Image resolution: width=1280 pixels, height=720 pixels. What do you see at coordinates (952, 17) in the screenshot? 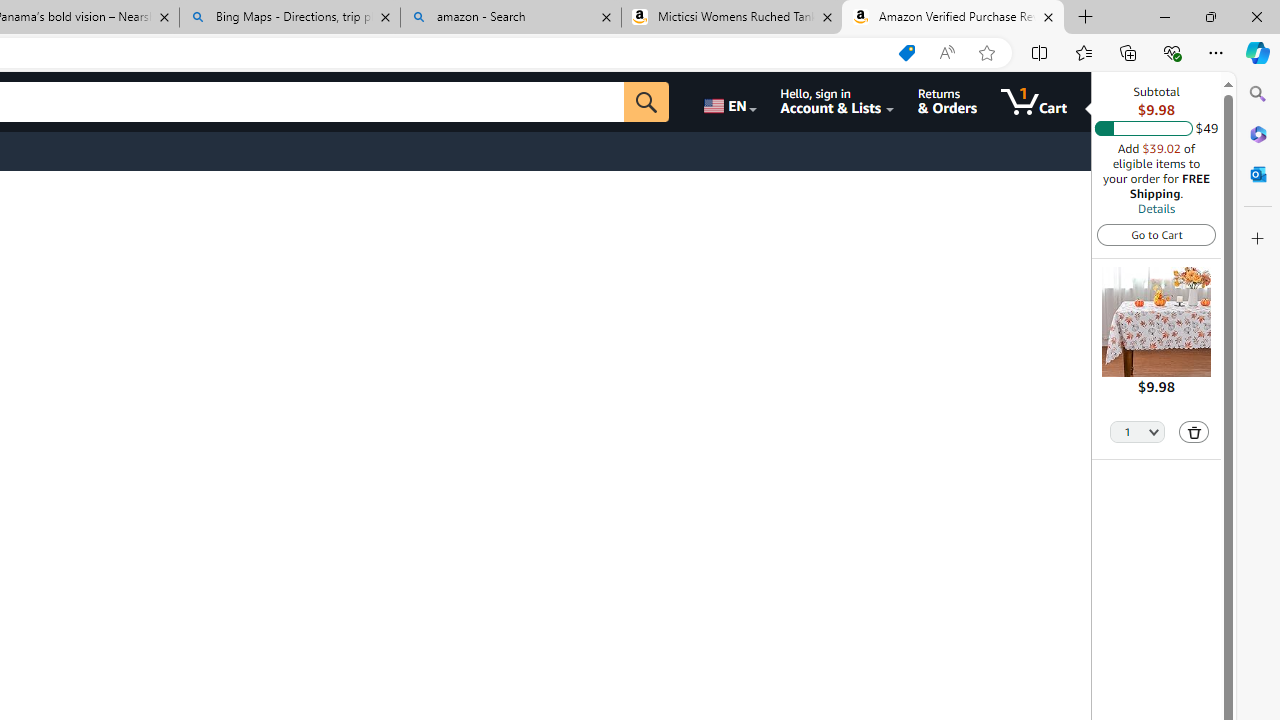
I see `'Amazon Verified Purchase Reviews - Amazon Customer Service'` at bounding box center [952, 17].